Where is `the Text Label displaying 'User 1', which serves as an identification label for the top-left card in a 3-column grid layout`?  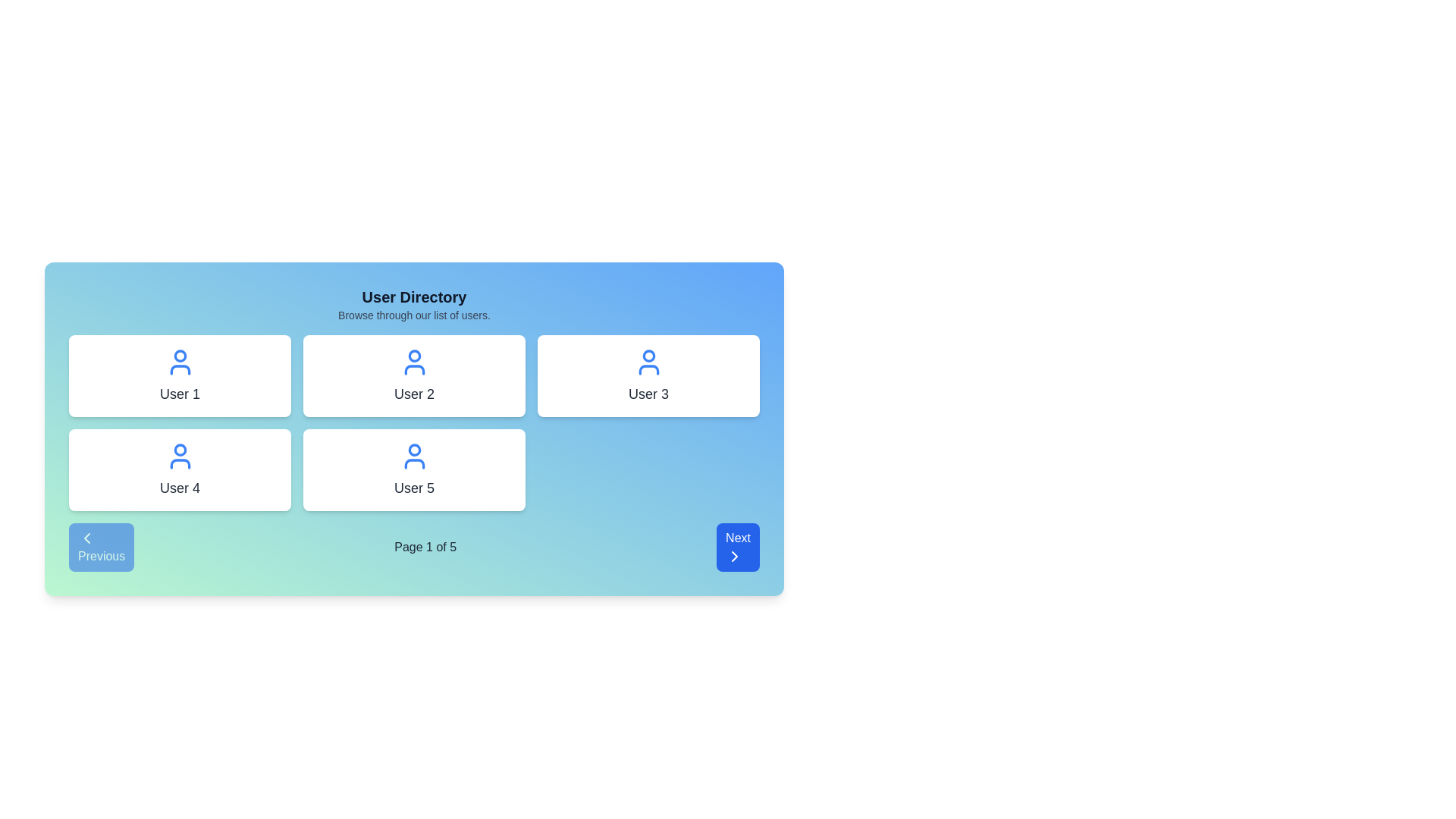
the Text Label displaying 'User 1', which serves as an identification label for the top-left card in a 3-column grid layout is located at coordinates (180, 394).